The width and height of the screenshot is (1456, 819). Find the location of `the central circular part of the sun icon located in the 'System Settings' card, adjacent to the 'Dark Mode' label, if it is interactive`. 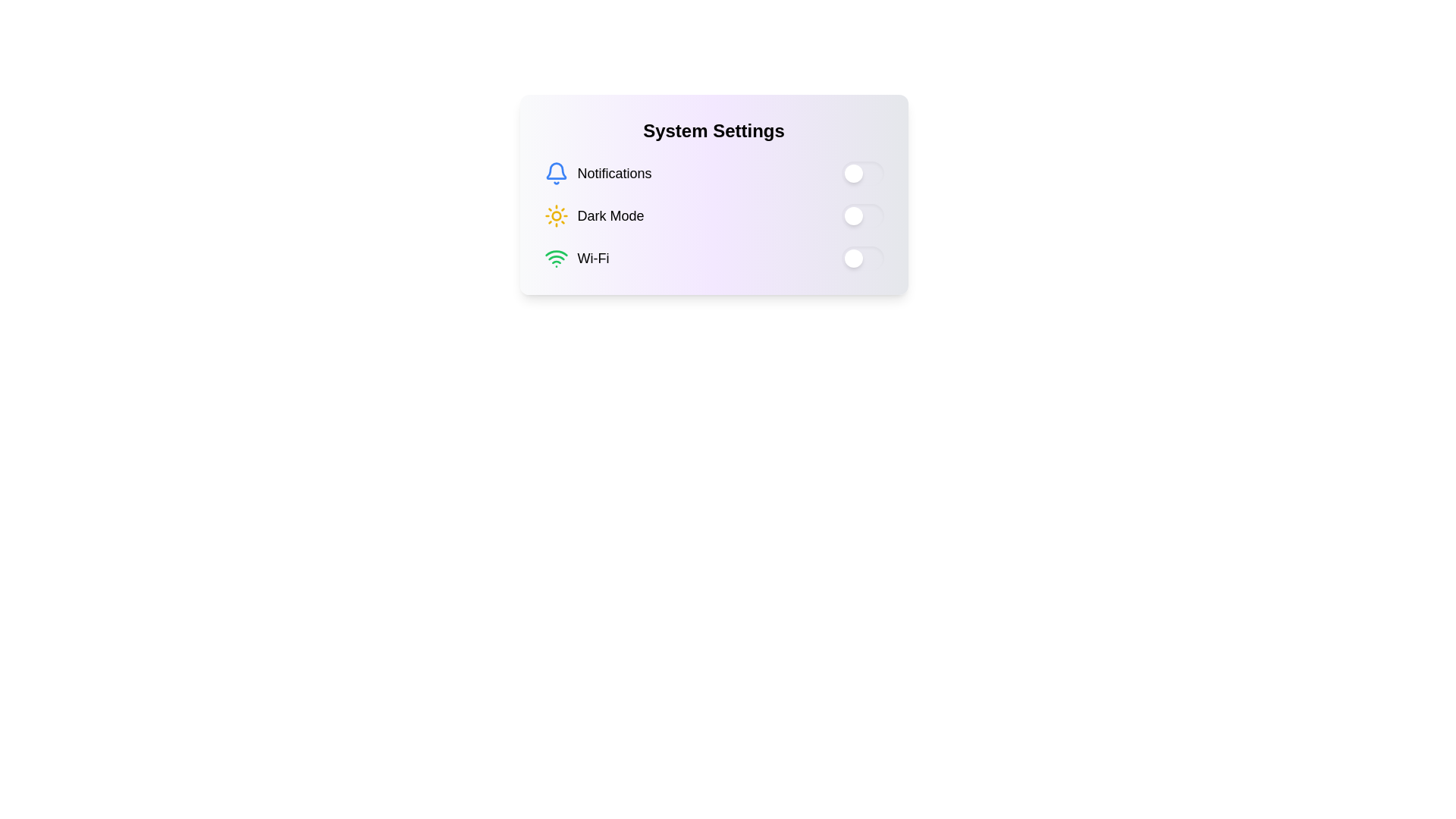

the central circular part of the sun icon located in the 'System Settings' card, adjacent to the 'Dark Mode' label, if it is interactive is located at coordinates (555, 216).